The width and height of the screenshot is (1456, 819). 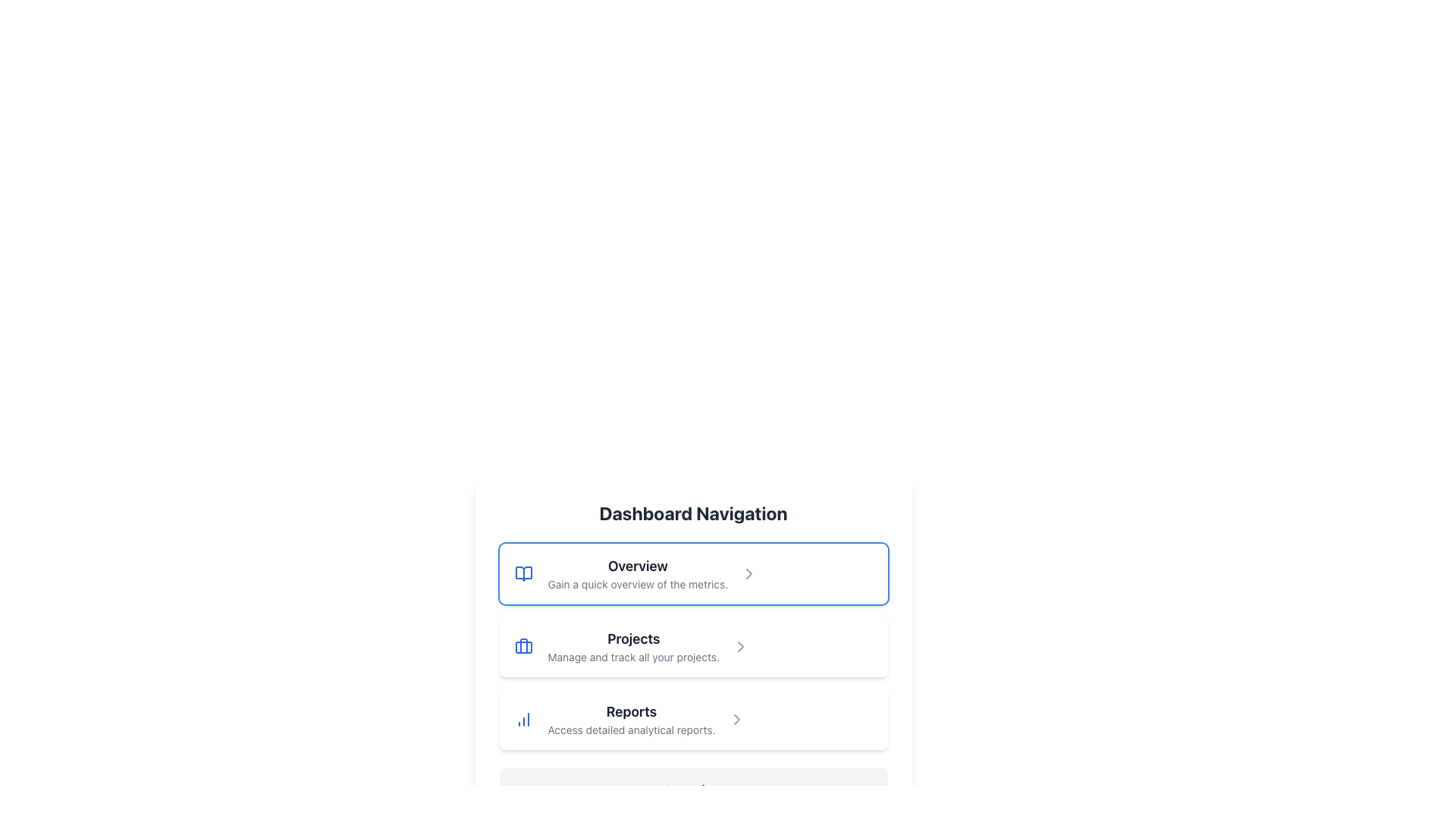 I want to click on the text label reading 'Manage and track all your projects.' located under the bold heading 'Projects', so click(x=633, y=657).